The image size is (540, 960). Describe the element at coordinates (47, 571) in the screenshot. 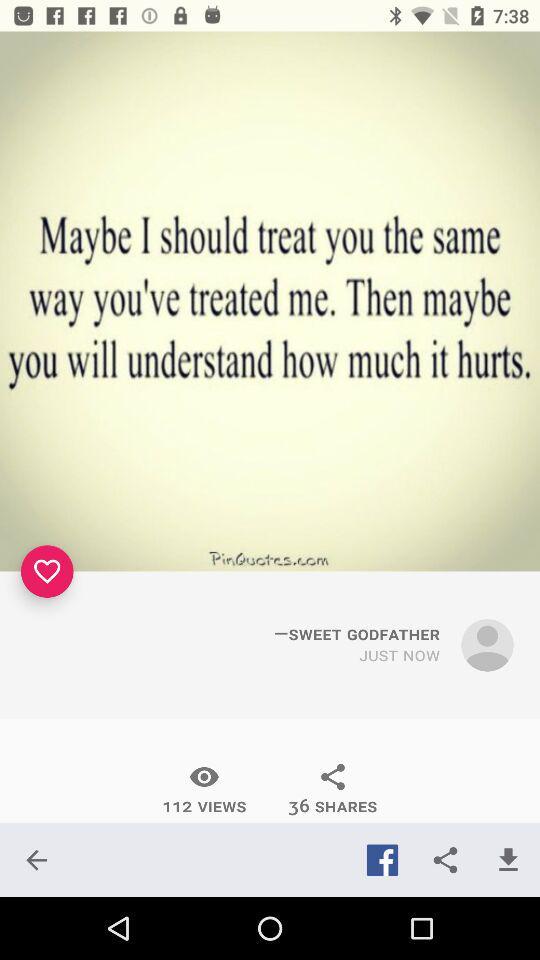

I see `like post` at that location.